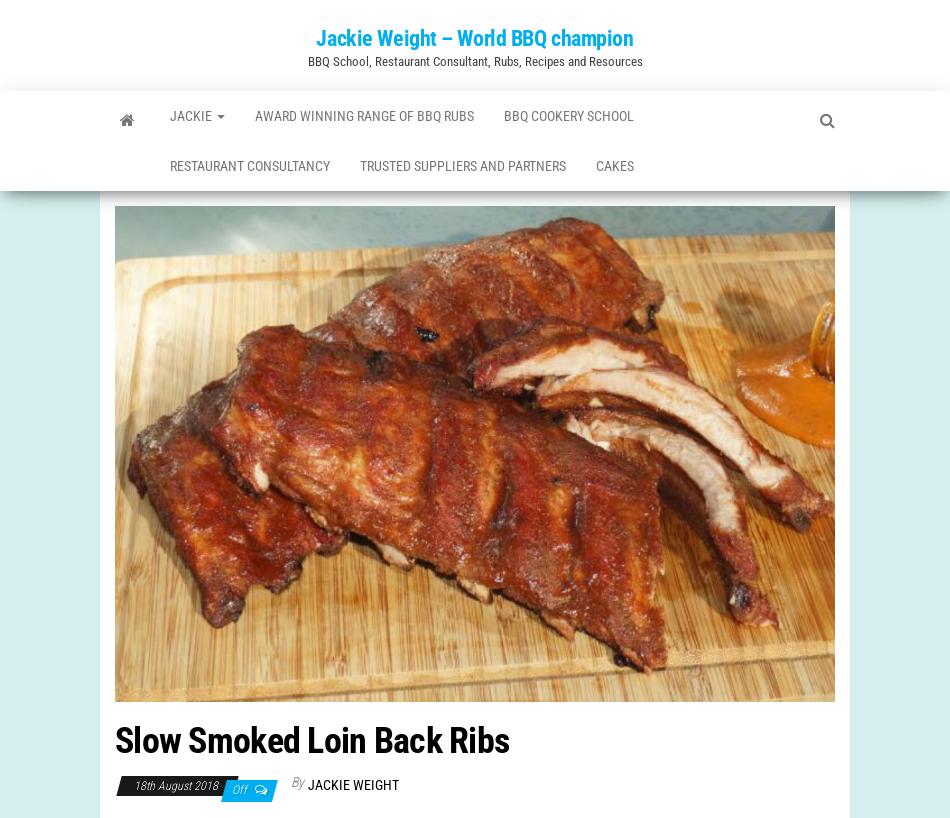 The height and width of the screenshot is (818, 950). Describe the element at coordinates (195, 119) in the screenshot. I see `'Jackie'` at that location.